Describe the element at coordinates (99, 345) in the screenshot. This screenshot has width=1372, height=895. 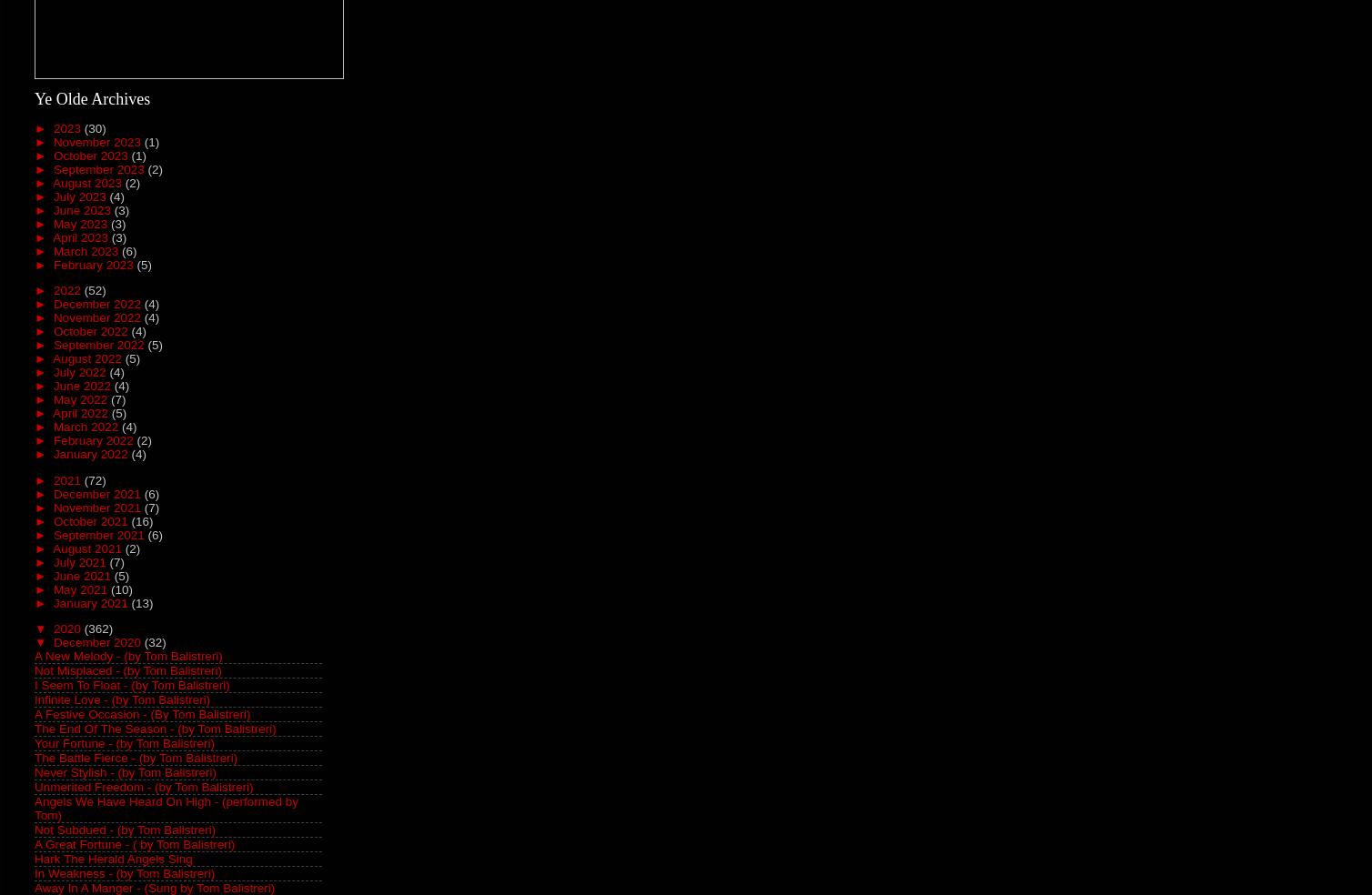
I see `'September 2022'` at that location.